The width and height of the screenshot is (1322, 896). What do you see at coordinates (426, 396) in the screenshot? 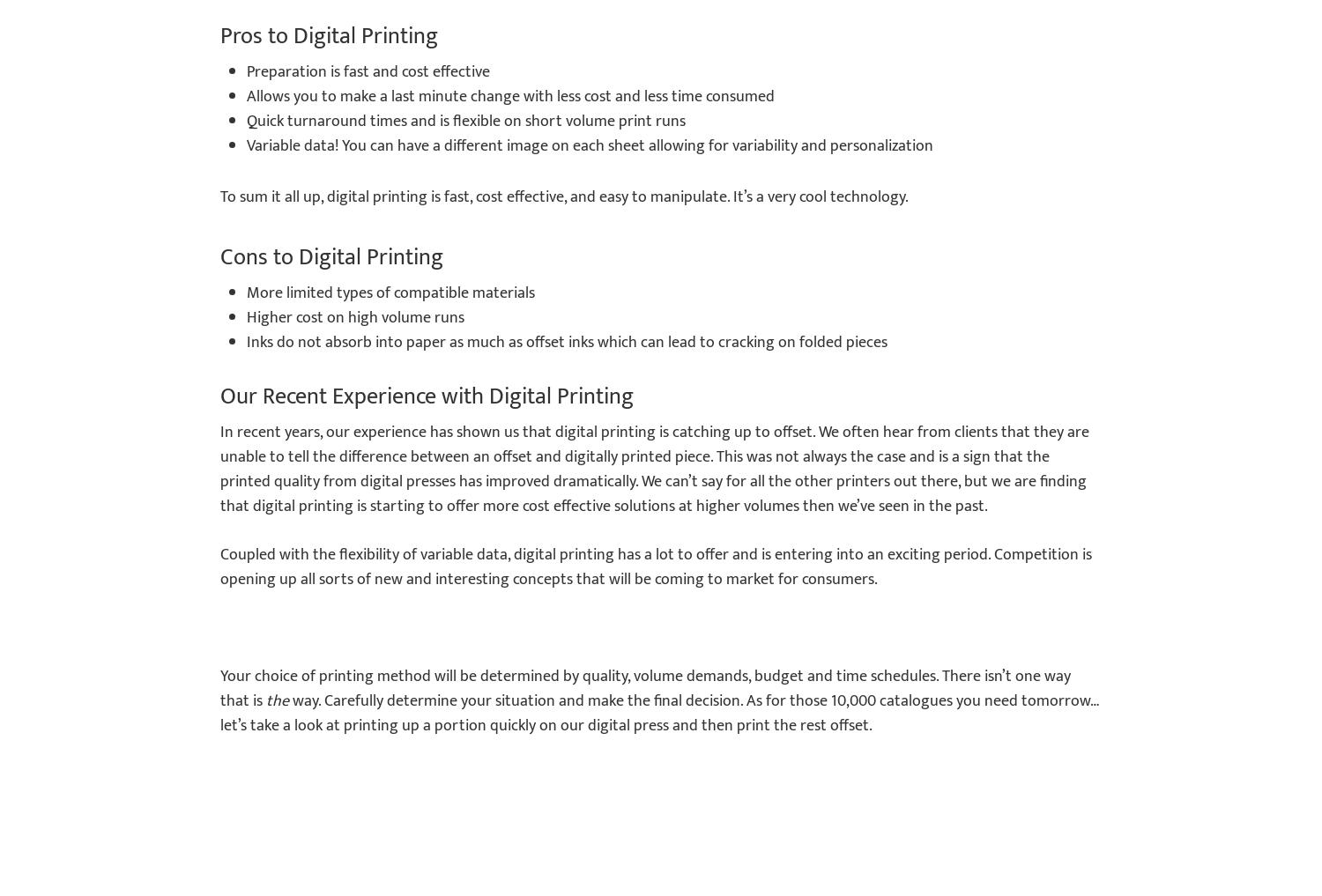
I see `'Our Recent Experience with Digital Printing'` at bounding box center [426, 396].